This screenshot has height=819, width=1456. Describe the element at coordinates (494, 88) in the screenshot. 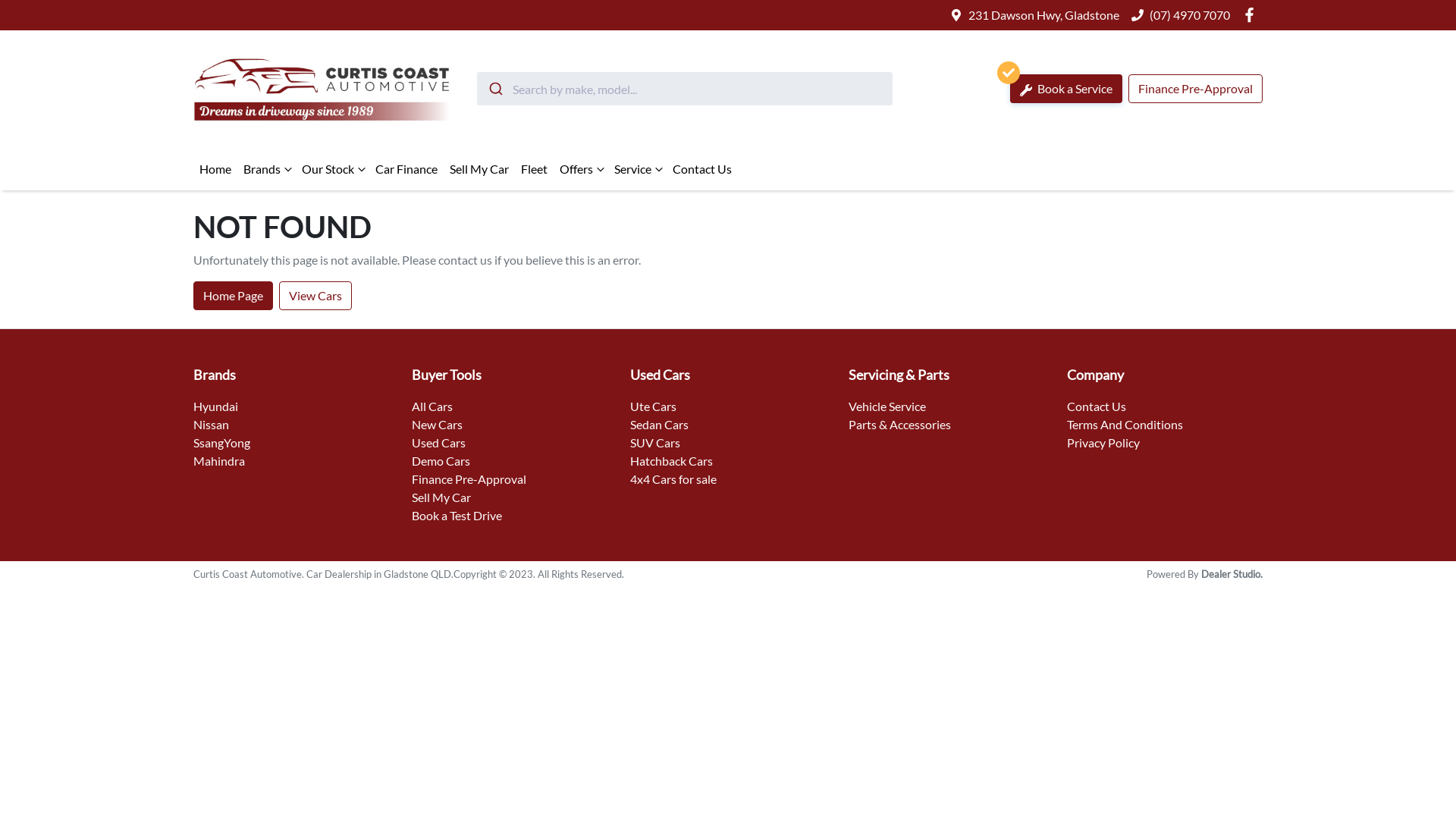

I see `'Submit'` at that location.